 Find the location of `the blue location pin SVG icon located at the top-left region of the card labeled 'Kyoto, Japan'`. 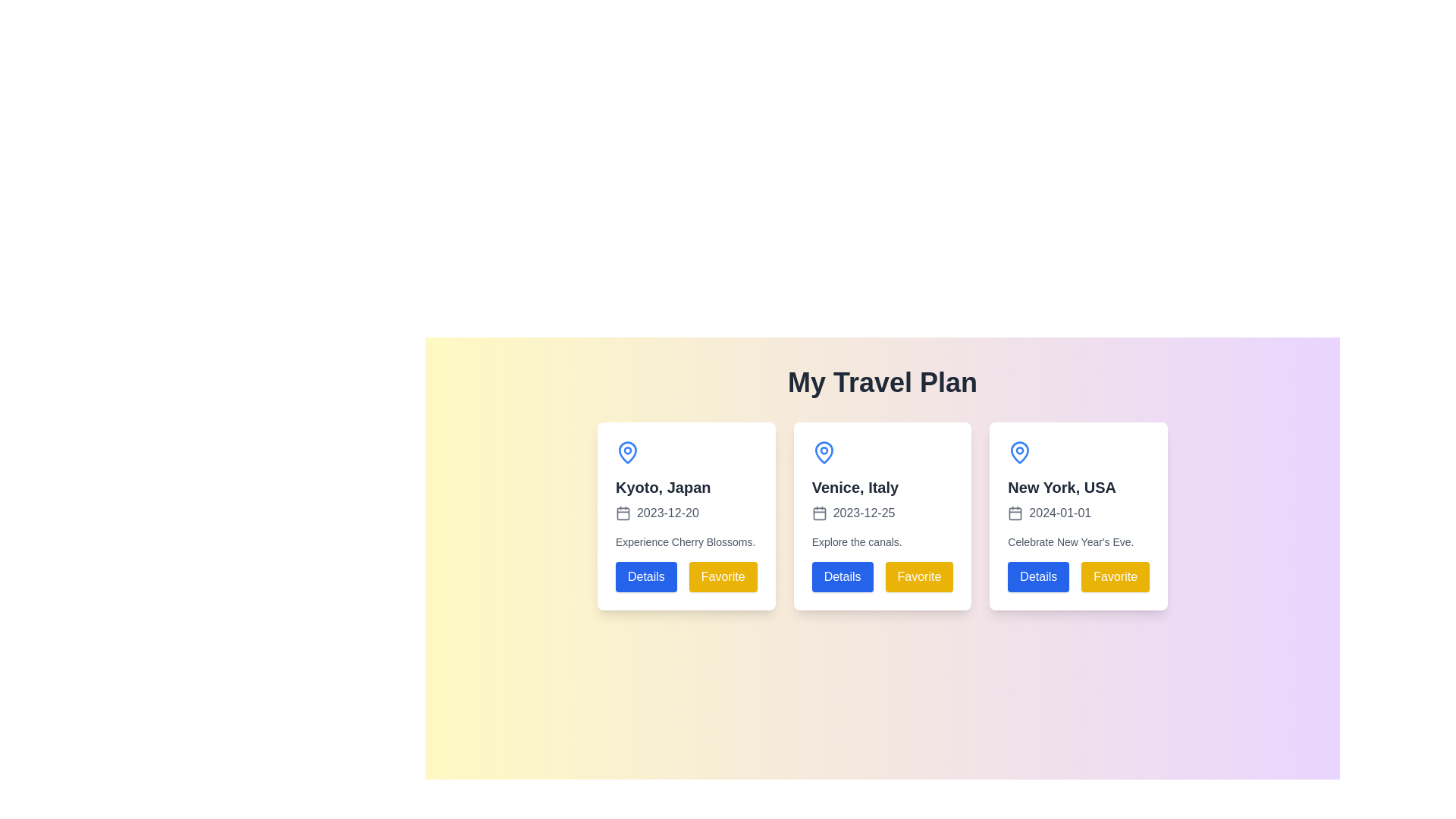

the blue location pin SVG icon located at the top-left region of the card labeled 'Kyoto, Japan' is located at coordinates (627, 452).